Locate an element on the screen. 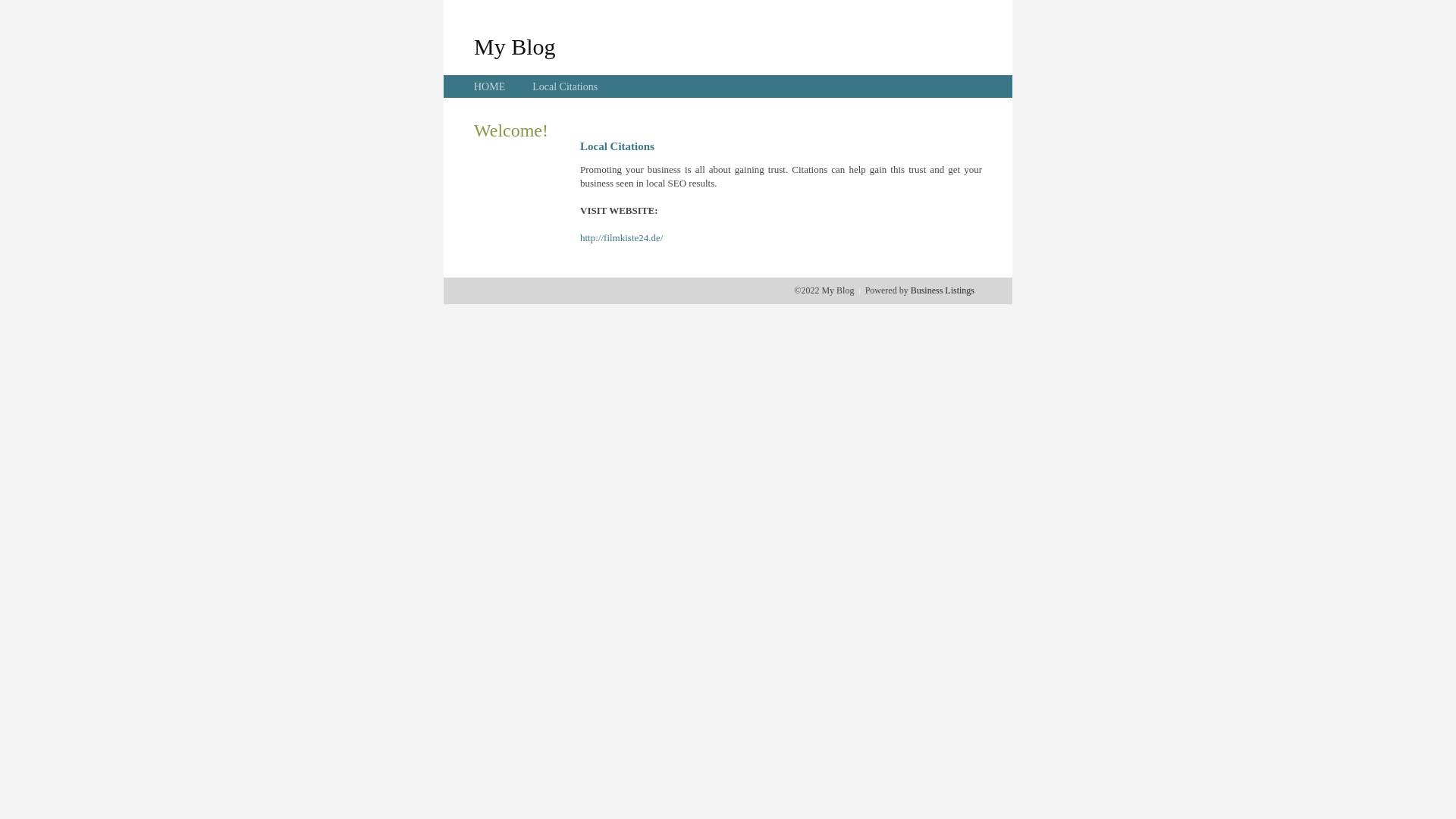 This screenshot has width=1456, height=819. 'HOME' is located at coordinates (472, 86).